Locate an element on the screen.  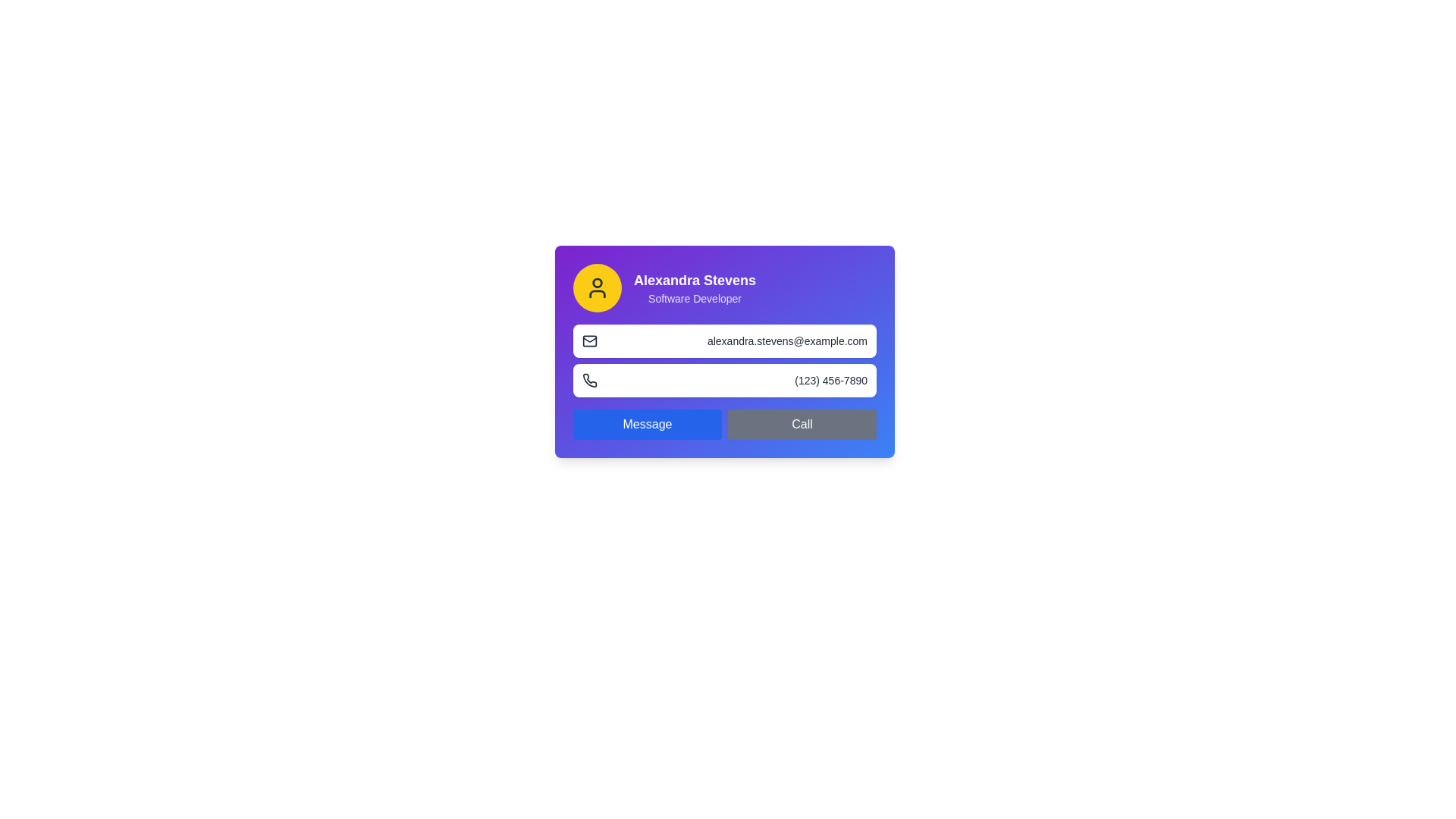
the phone call icon located adjacent to the phone number '(123) 456-7890' in the interface is located at coordinates (588, 379).